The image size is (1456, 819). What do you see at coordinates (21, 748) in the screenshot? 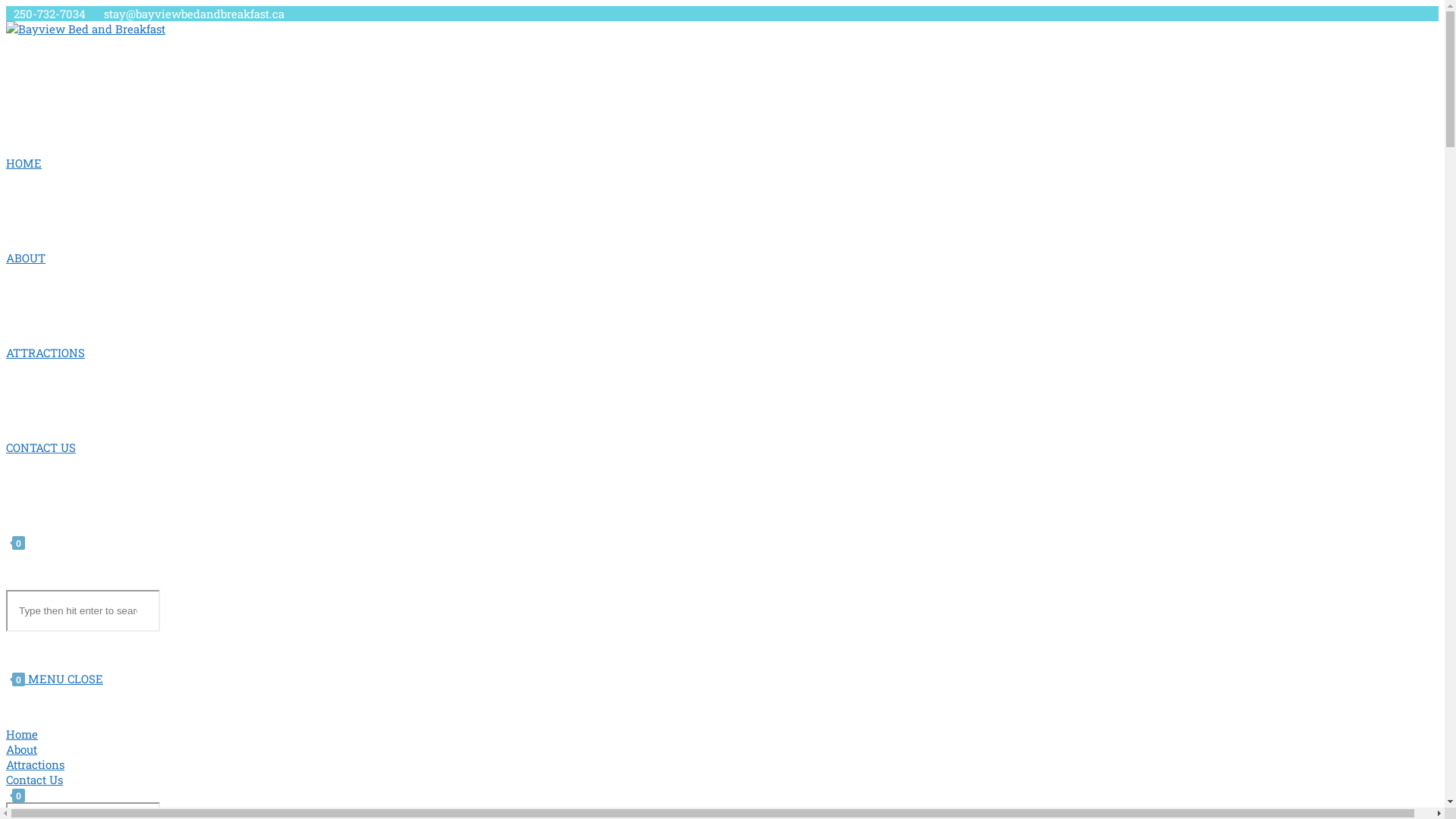
I see `'About'` at bounding box center [21, 748].